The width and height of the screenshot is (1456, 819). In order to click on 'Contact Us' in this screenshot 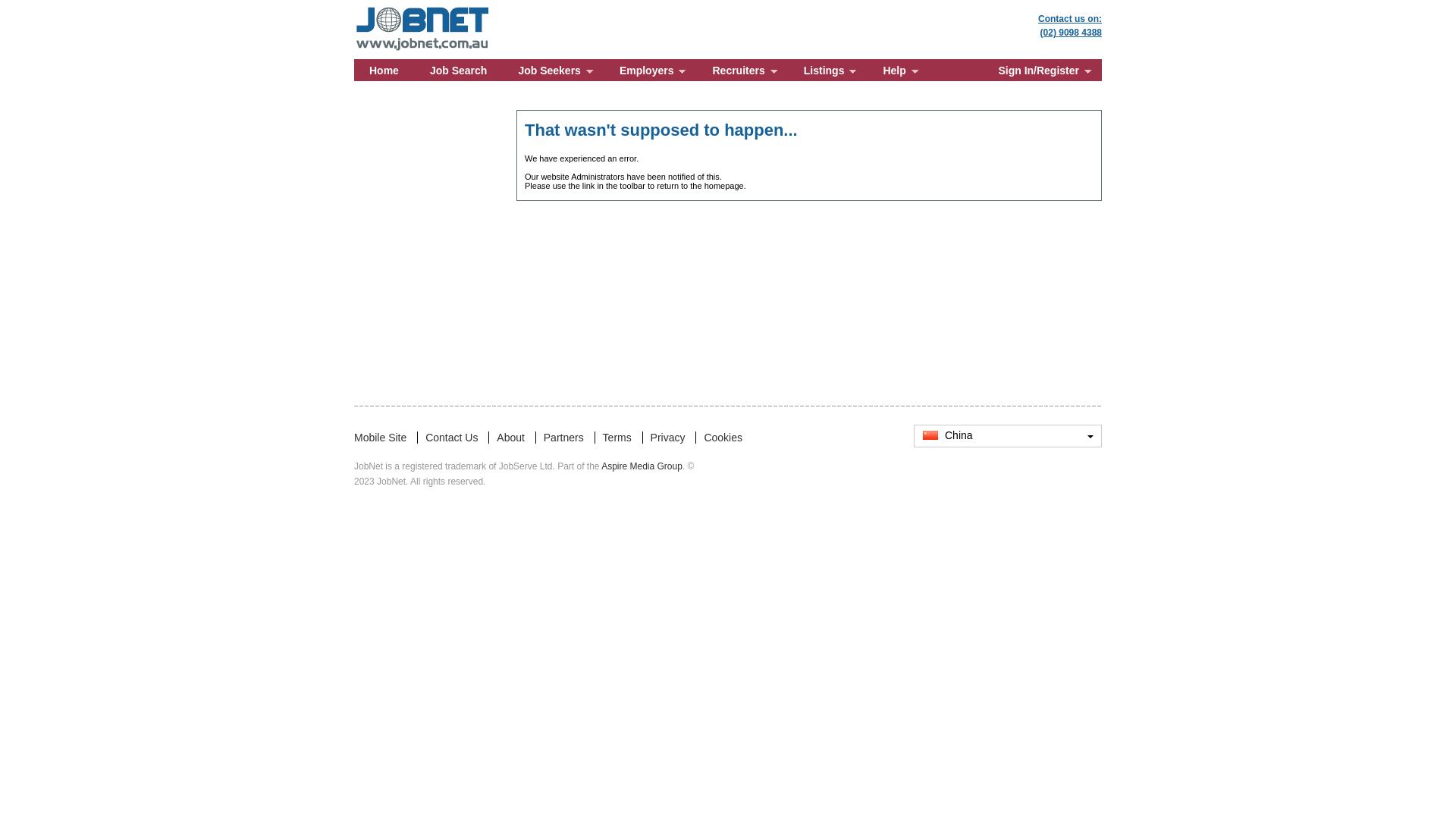, I will do `click(450, 438)`.